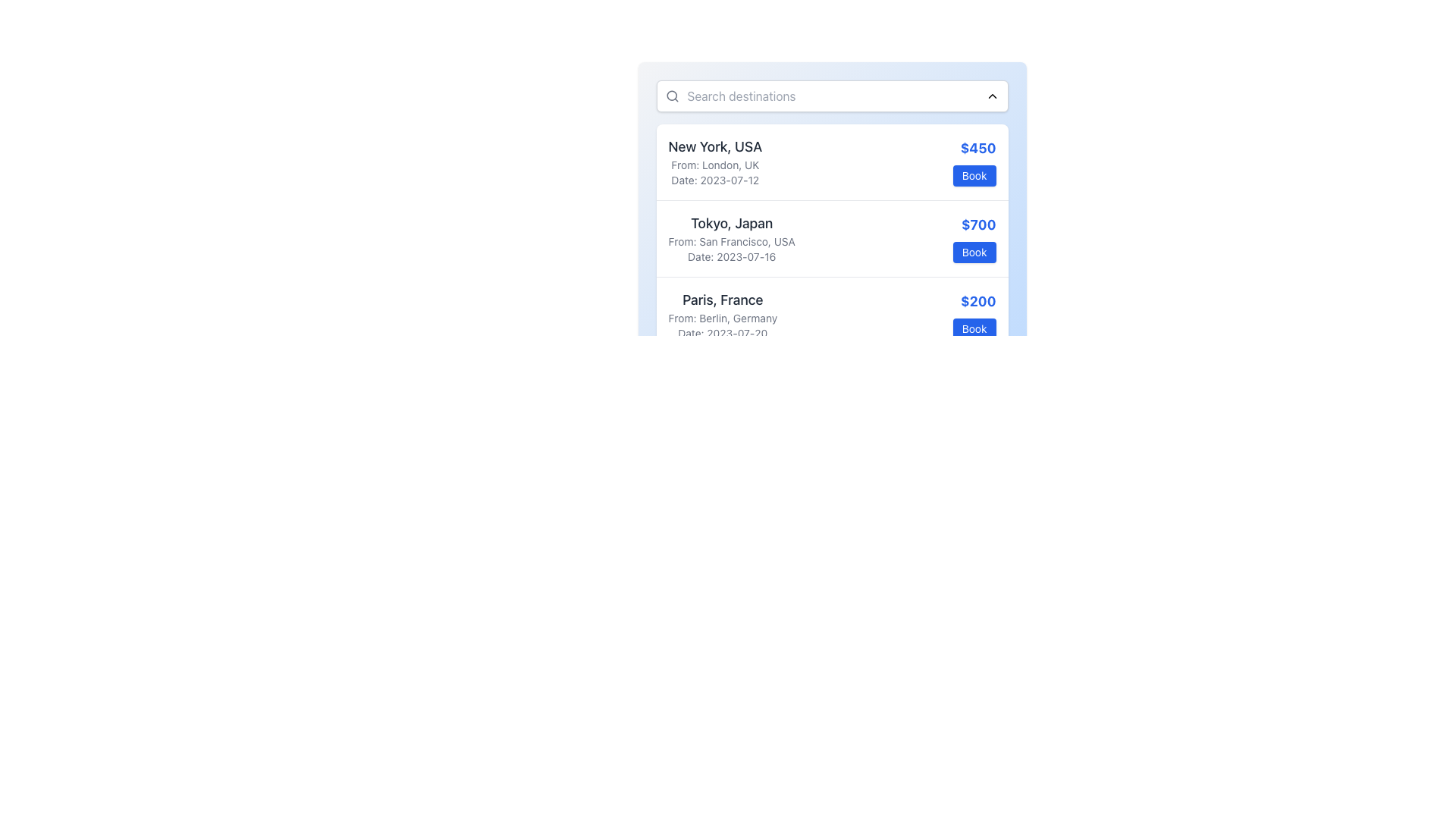  I want to click on the 'Book' button with a blue background and white text, located in the second row of the list next to the '$700' price for the 'Tokyo, Japan' listing to proceed with booking, so click(974, 251).